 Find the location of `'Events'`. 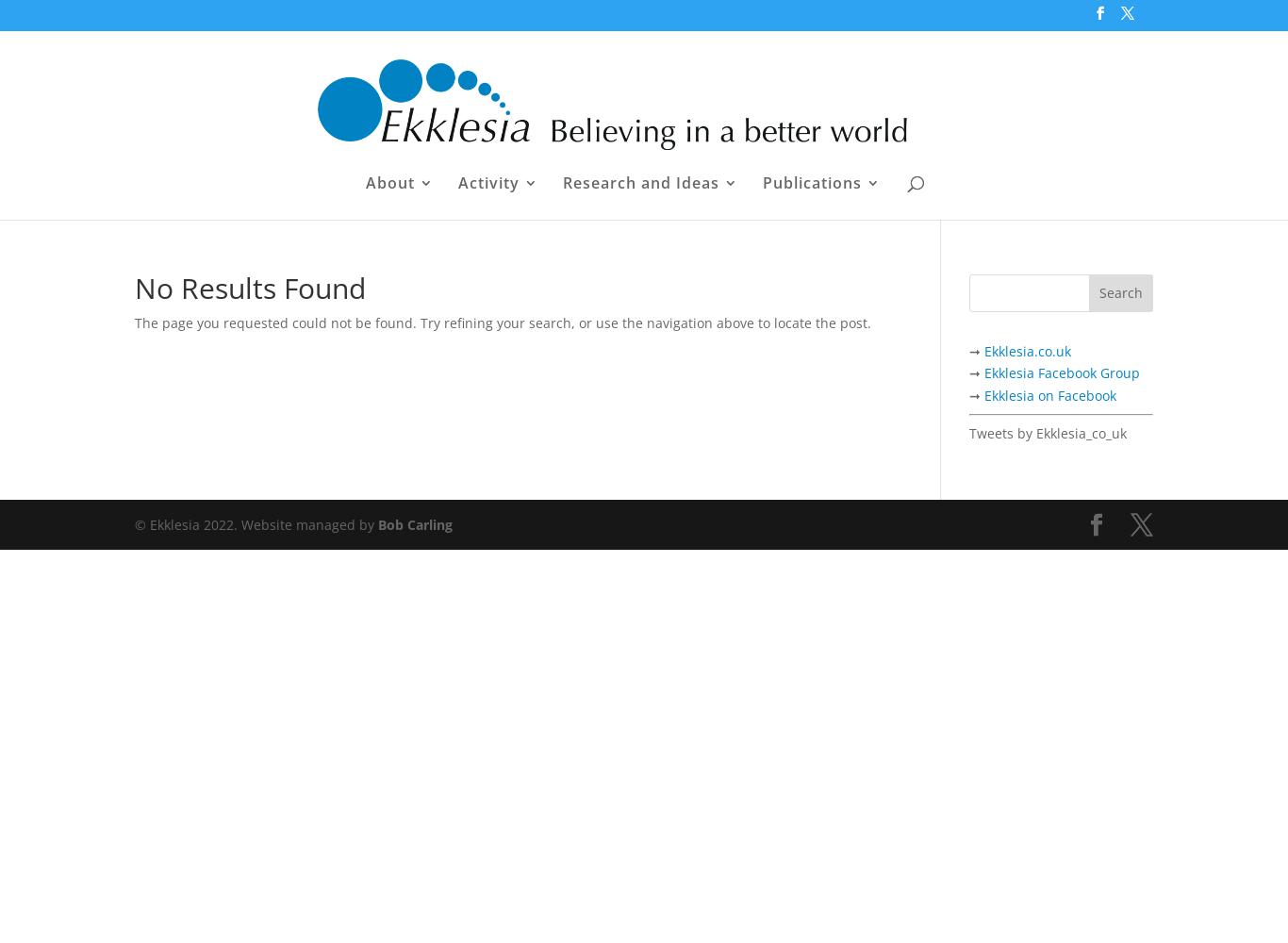

'Events' is located at coordinates (496, 259).